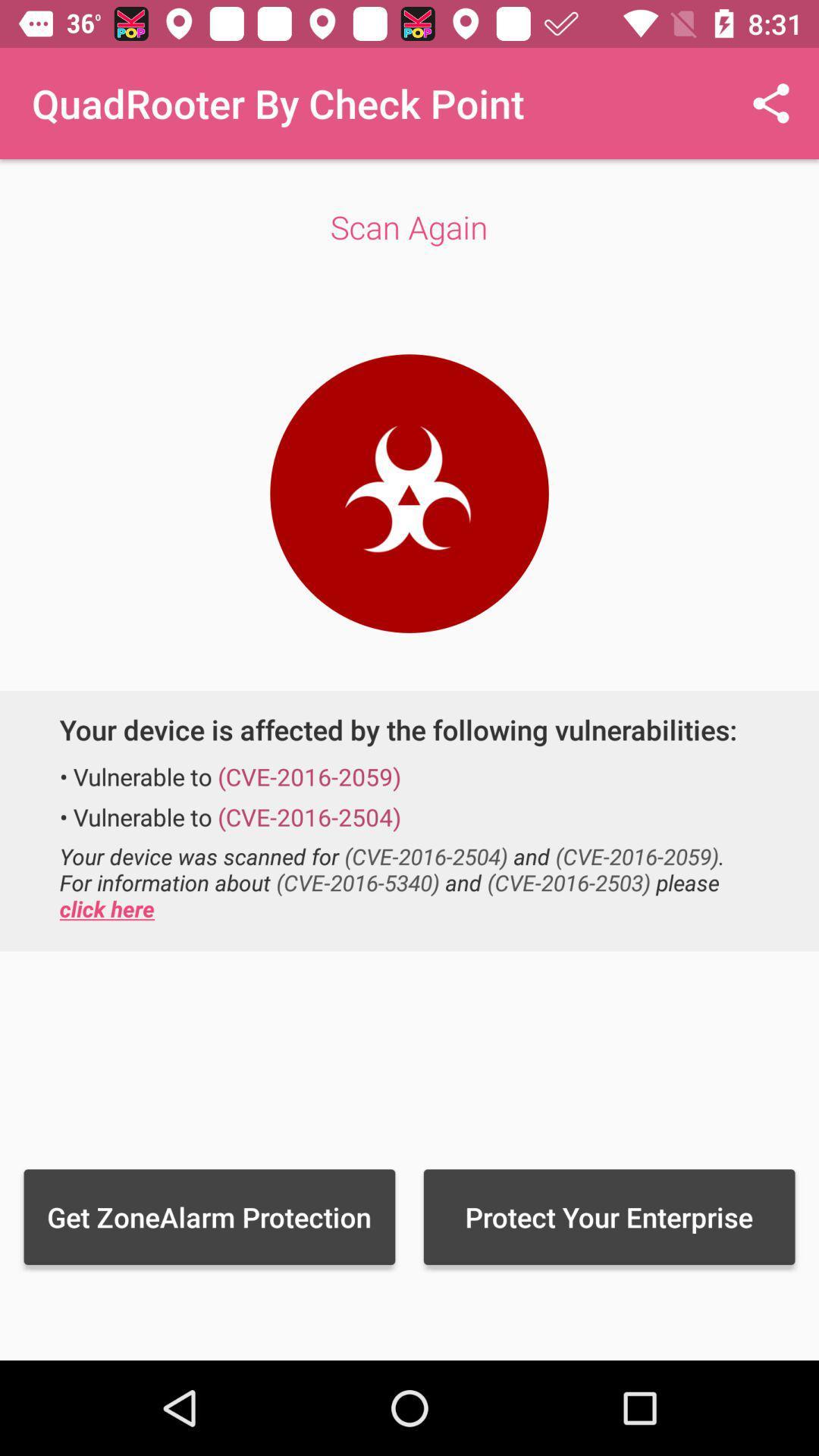 This screenshot has height=1456, width=819. What do you see at coordinates (608, 1216) in the screenshot?
I see `the protect your enterprise item` at bounding box center [608, 1216].